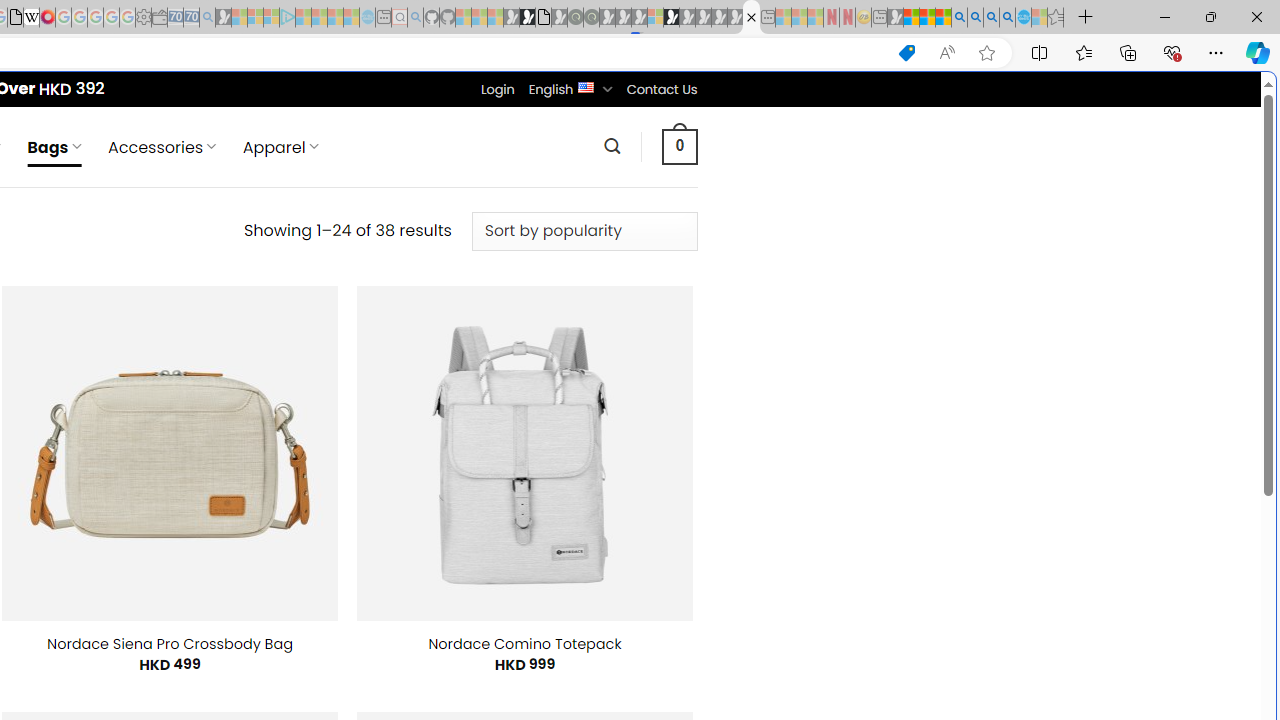 The image size is (1280, 720). Describe the element at coordinates (679, 145) in the screenshot. I see `' 0 '` at that location.